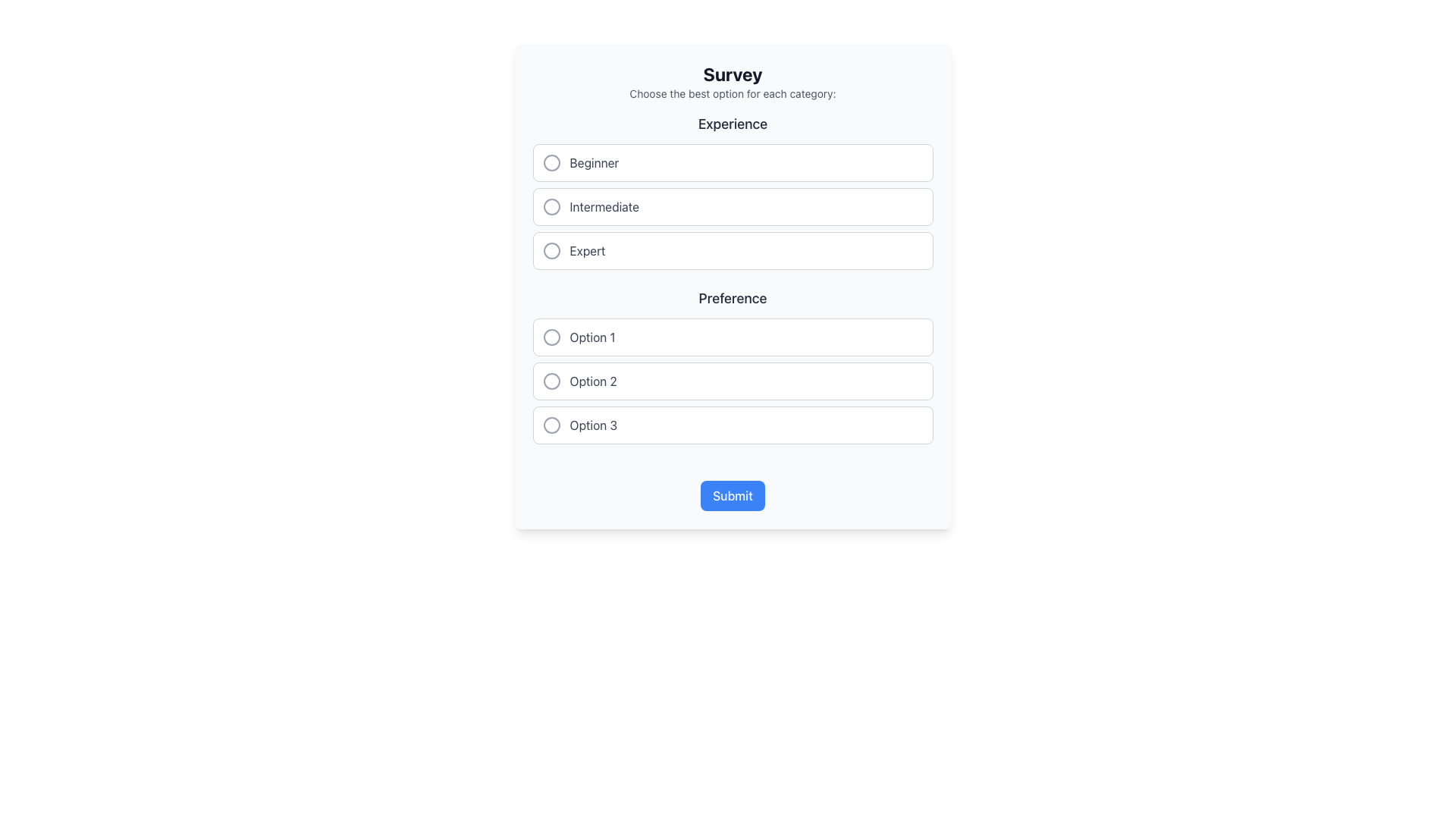 The width and height of the screenshot is (1456, 819). Describe the element at coordinates (733, 380) in the screenshot. I see `the second selectable option block under the 'Preference' section of the page` at that location.